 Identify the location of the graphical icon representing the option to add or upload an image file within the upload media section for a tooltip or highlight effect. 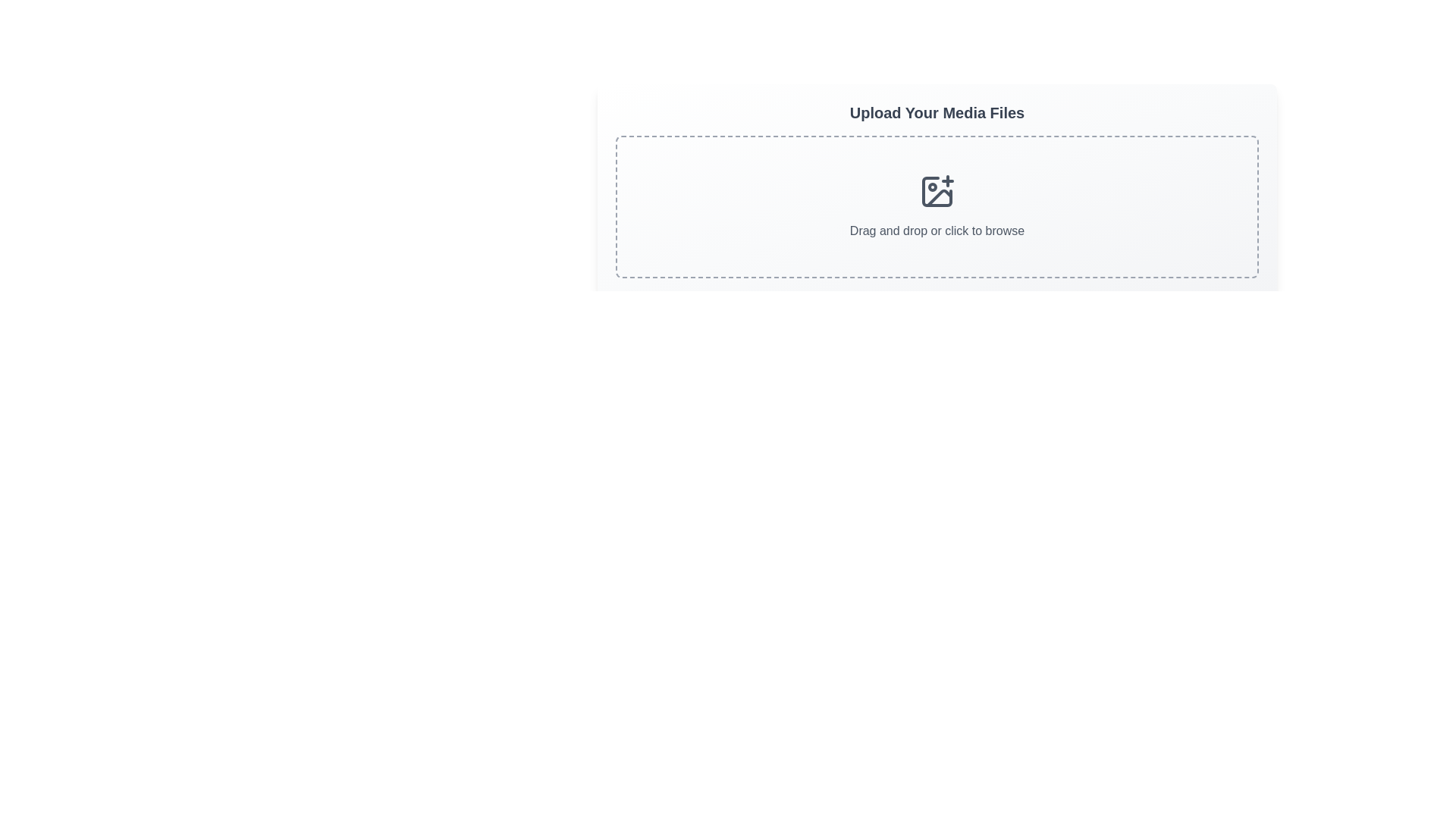
(937, 191).